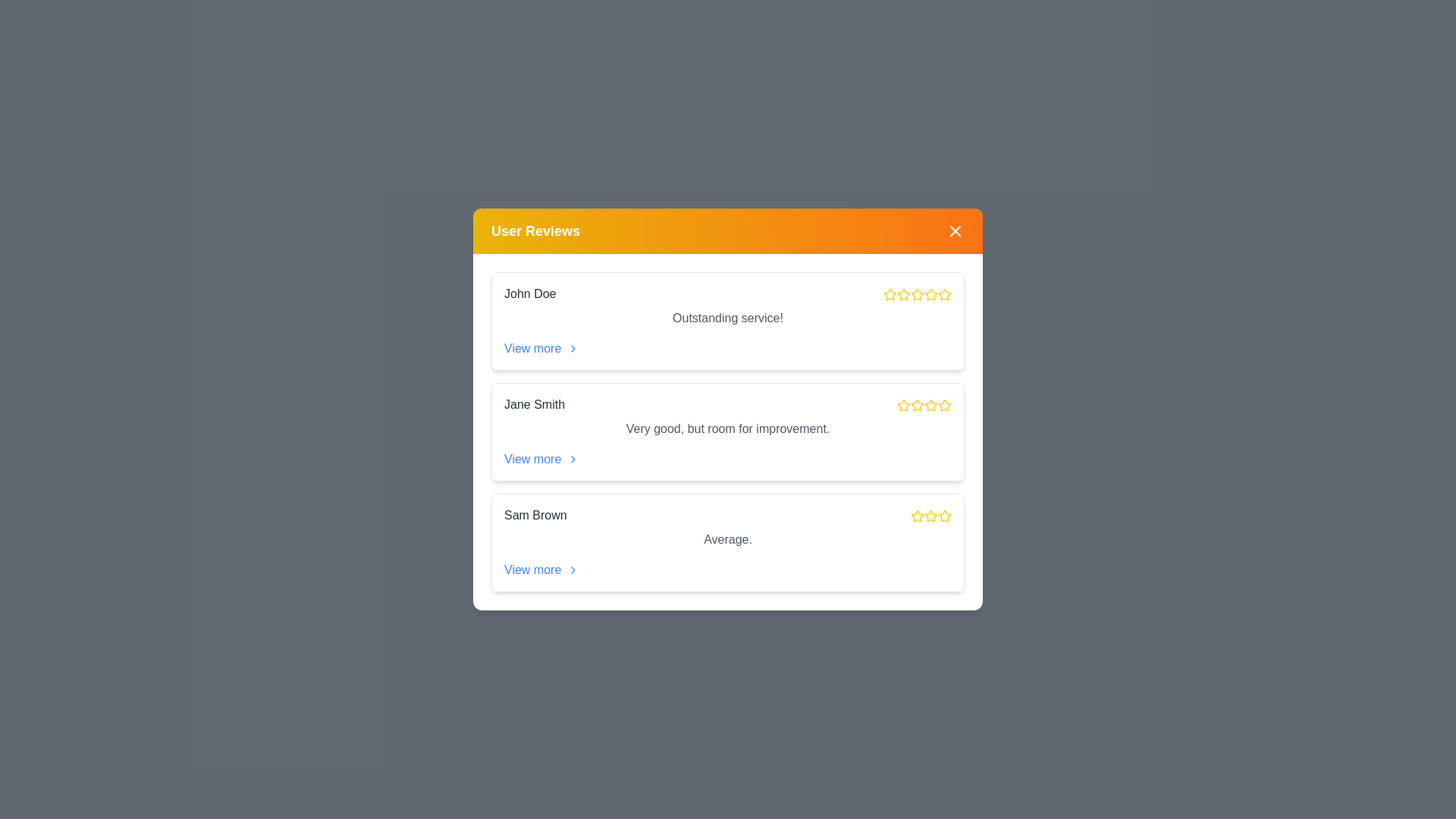 The height and width of the screenshot is (819, 1456). I want to click on the 'View more' link for the review by Sam Brown, so click(541, 570).